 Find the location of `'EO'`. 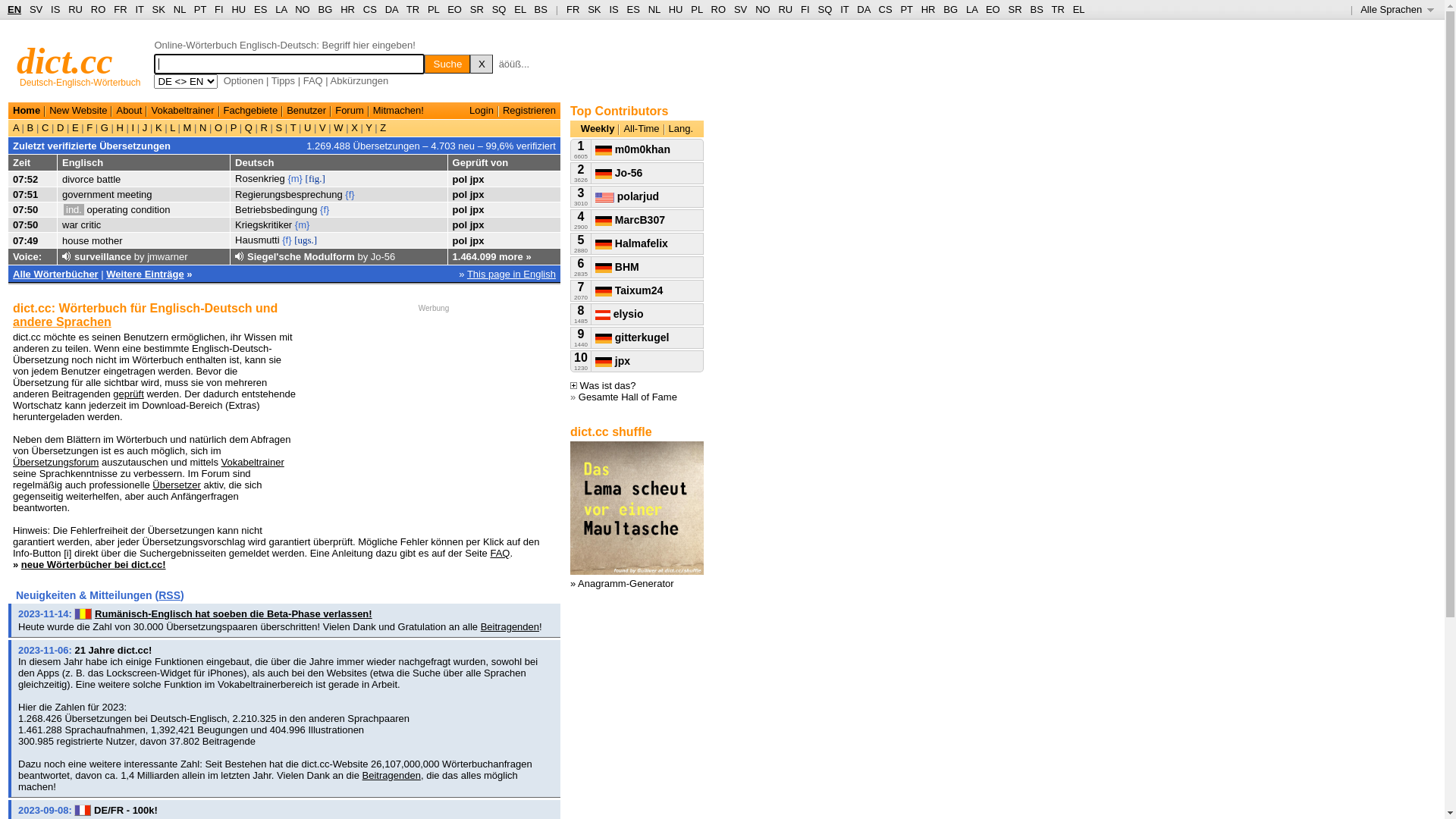

'EO' is located at coordinates (993, 9).